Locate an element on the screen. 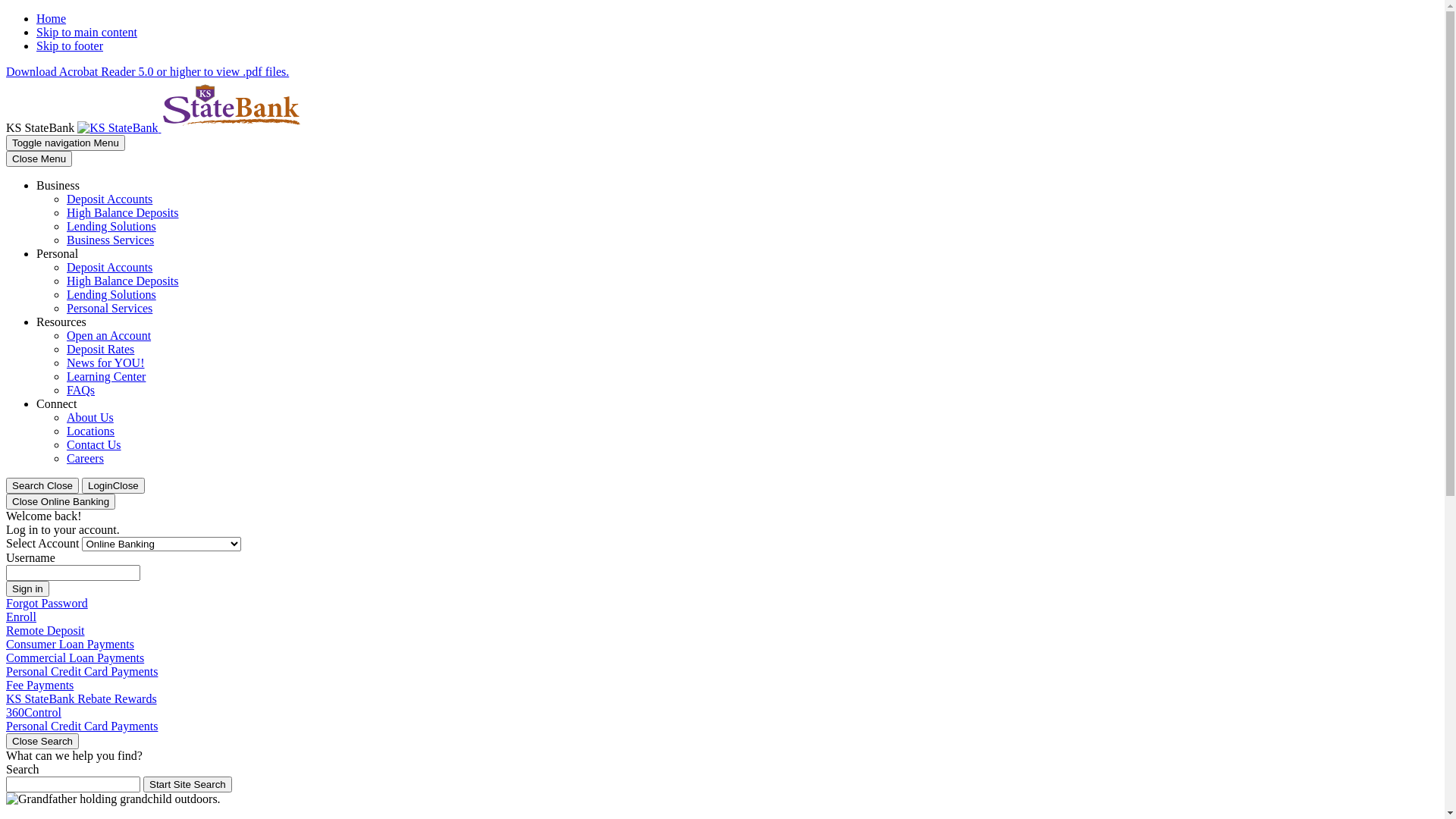 Image resolution: width=1456 pixels, height=819 pixels. 'Learning Center' is located at coordinates (105, 375).